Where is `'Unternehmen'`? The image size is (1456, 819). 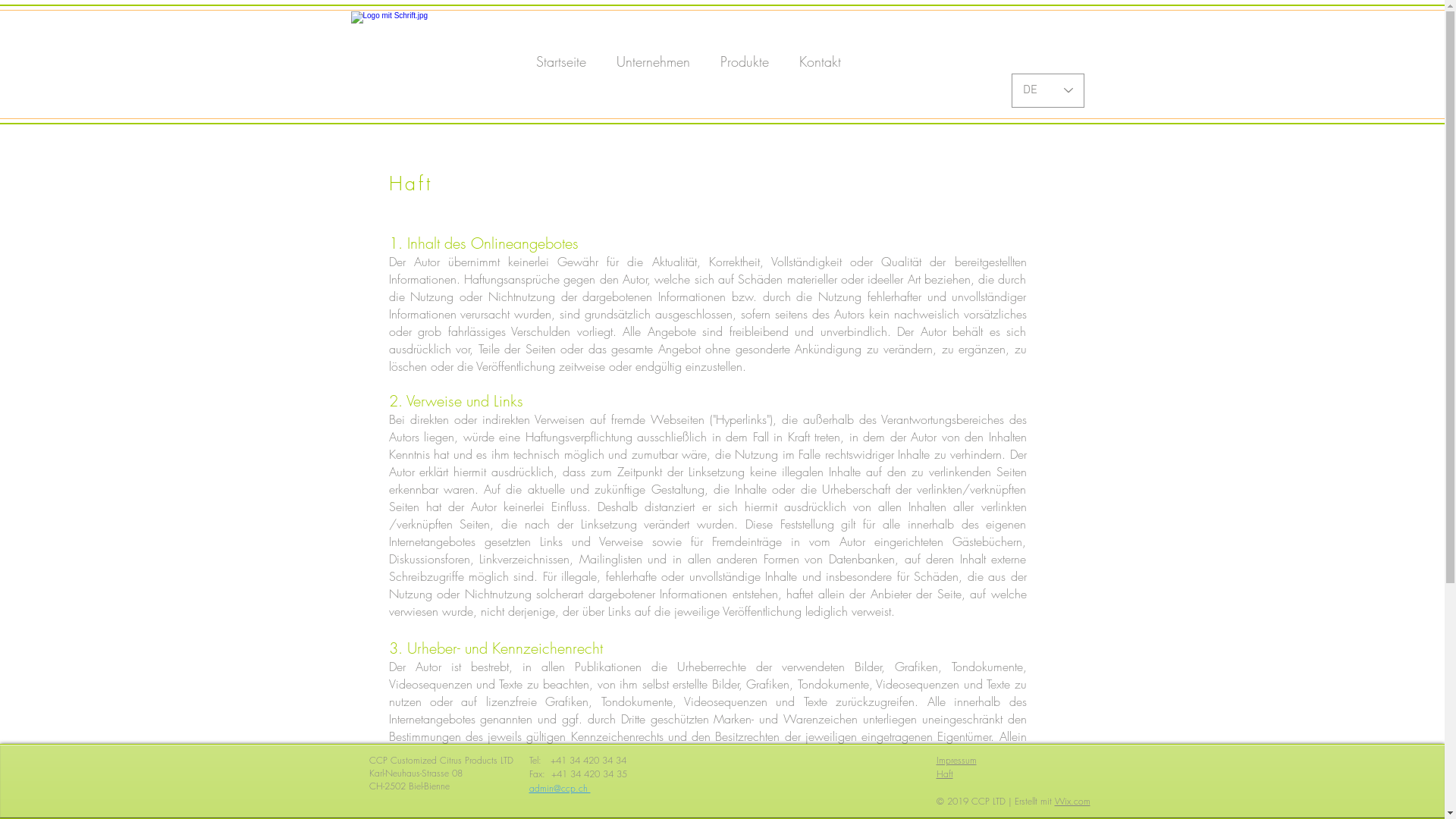
'Unternehmen' is located at coordinates (600, 61).